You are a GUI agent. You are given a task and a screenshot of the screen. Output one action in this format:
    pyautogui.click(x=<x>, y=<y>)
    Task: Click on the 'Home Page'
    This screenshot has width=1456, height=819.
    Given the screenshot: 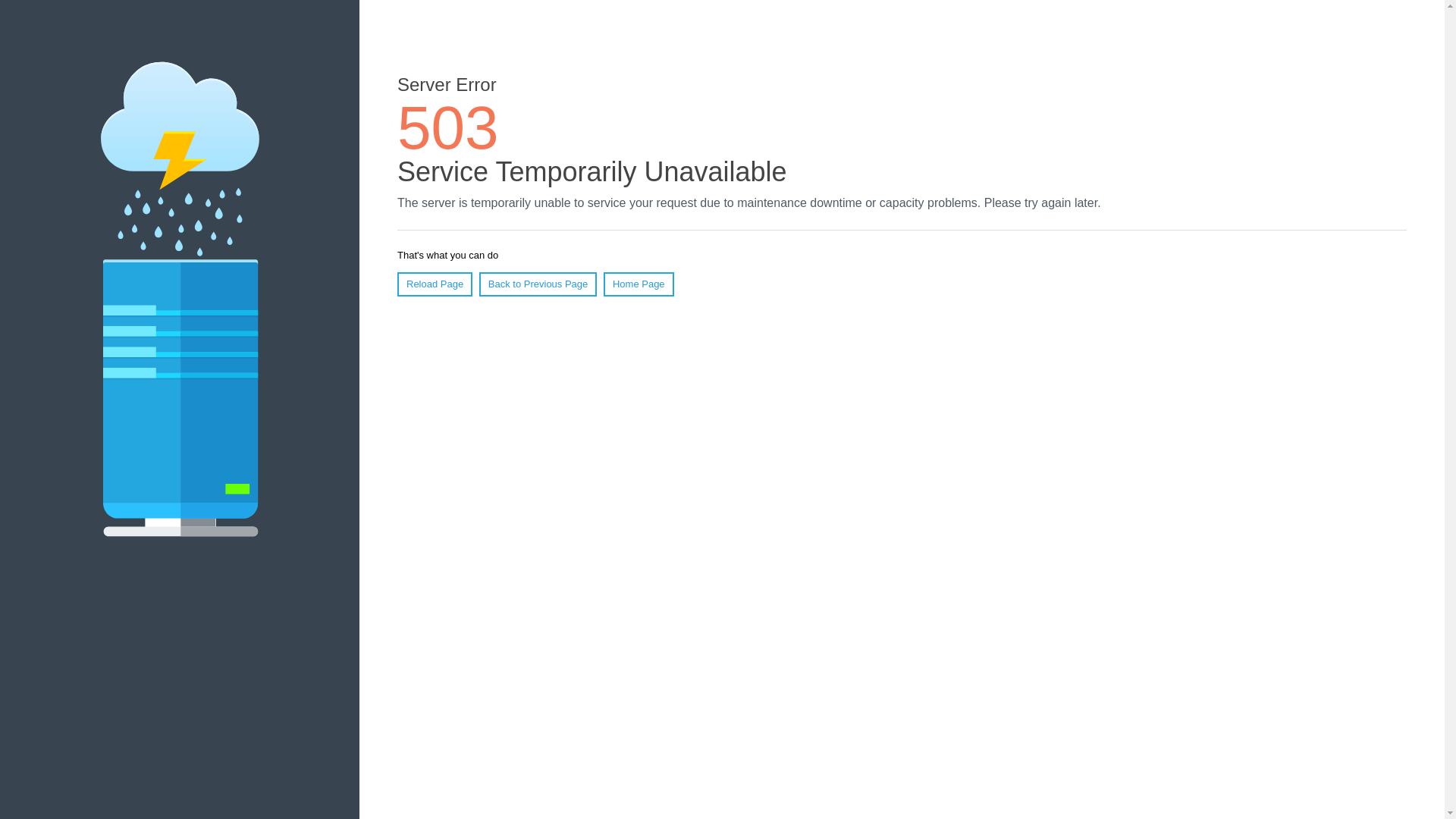 What is the action you would take?
    pyautogui.click(x=639, y=284)
    